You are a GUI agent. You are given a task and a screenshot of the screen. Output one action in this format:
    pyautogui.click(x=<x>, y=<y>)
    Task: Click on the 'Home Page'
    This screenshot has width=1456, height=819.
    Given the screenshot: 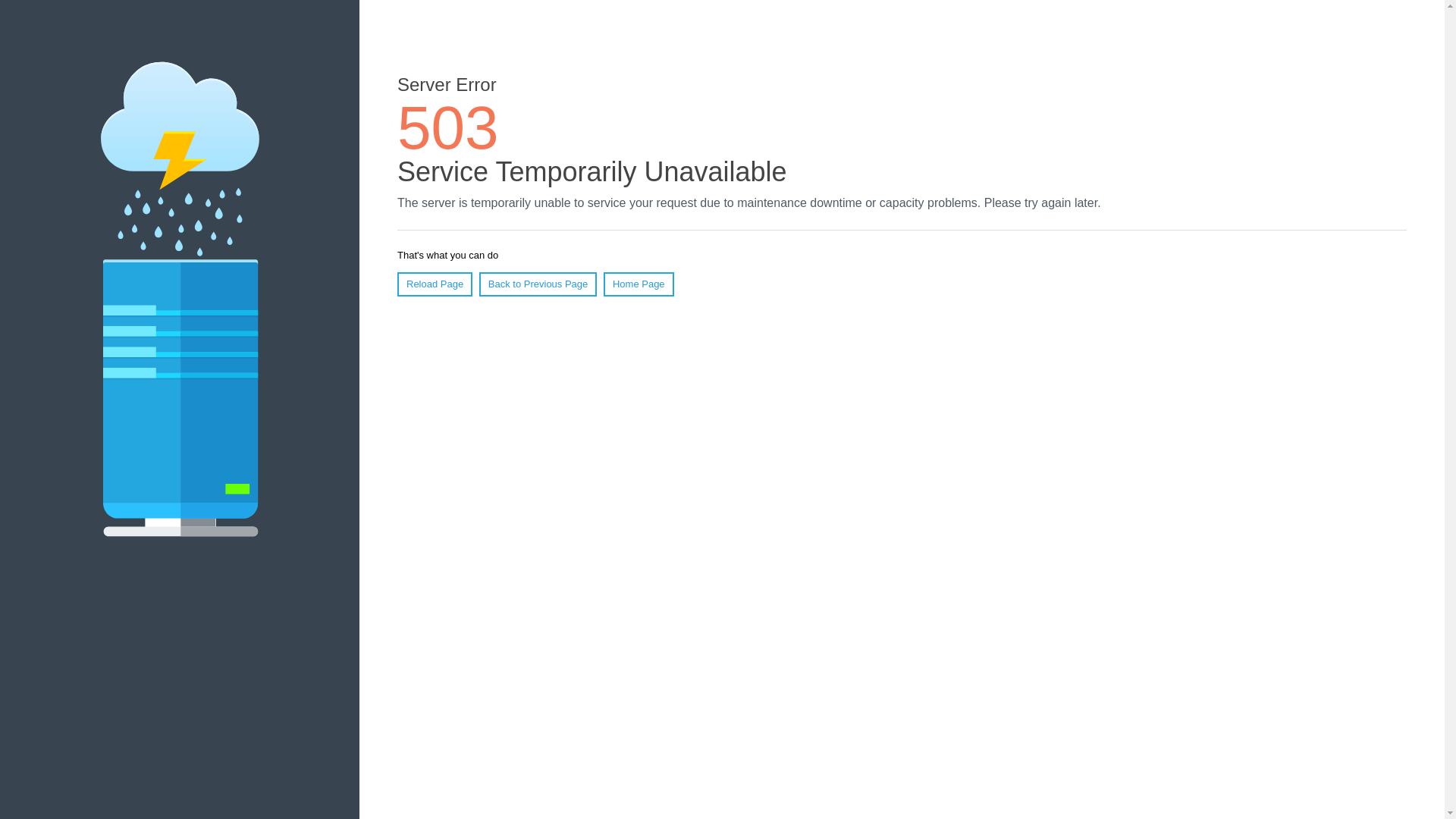 What is the action you would take?
    pyautogui.click(x=639, y=284)
    